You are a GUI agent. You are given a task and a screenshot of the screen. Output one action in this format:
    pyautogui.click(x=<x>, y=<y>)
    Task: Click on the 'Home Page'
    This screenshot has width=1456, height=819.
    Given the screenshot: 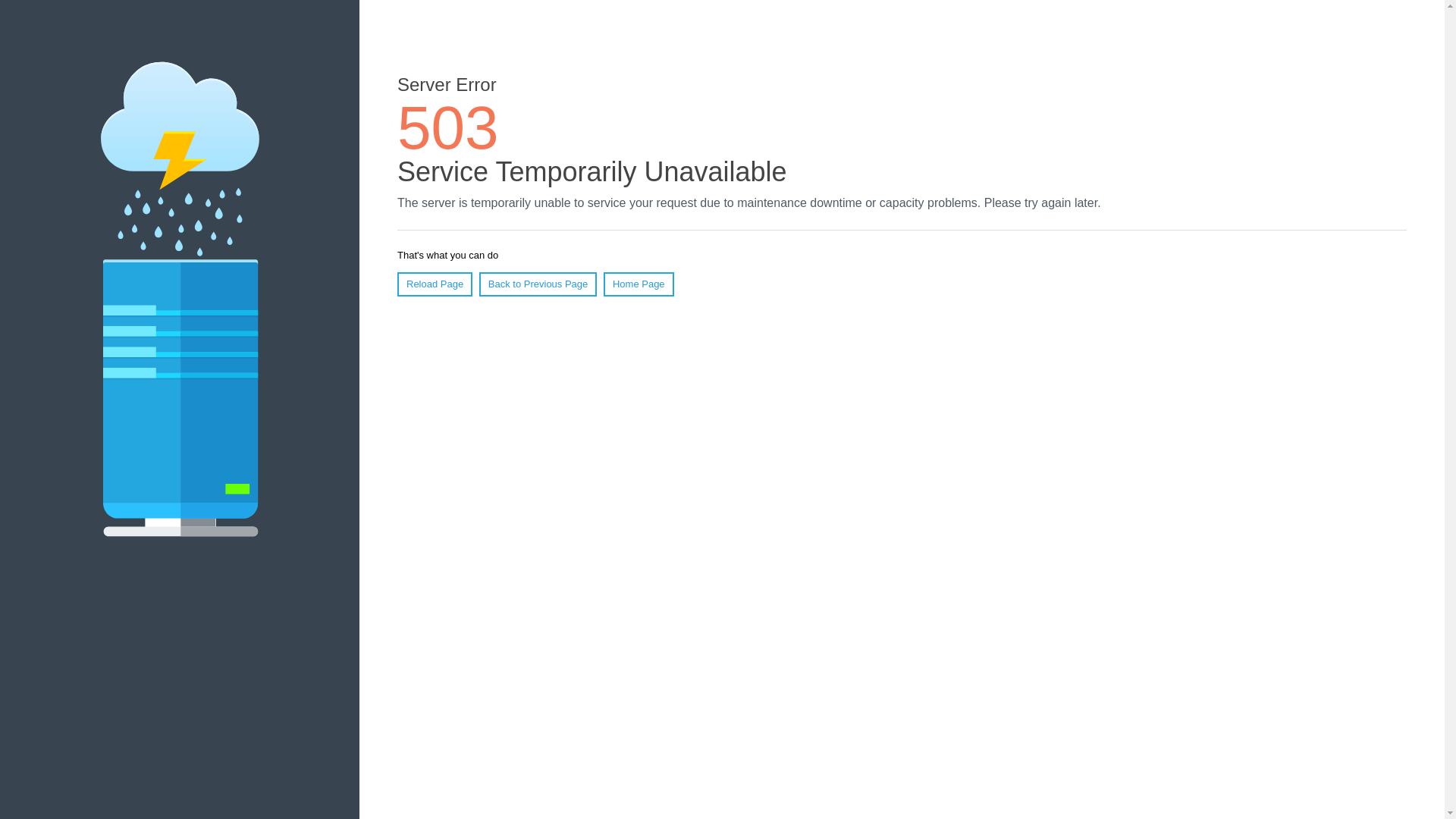 What is the action you would take?
    pyautogui.click(x=639, y=284)
    